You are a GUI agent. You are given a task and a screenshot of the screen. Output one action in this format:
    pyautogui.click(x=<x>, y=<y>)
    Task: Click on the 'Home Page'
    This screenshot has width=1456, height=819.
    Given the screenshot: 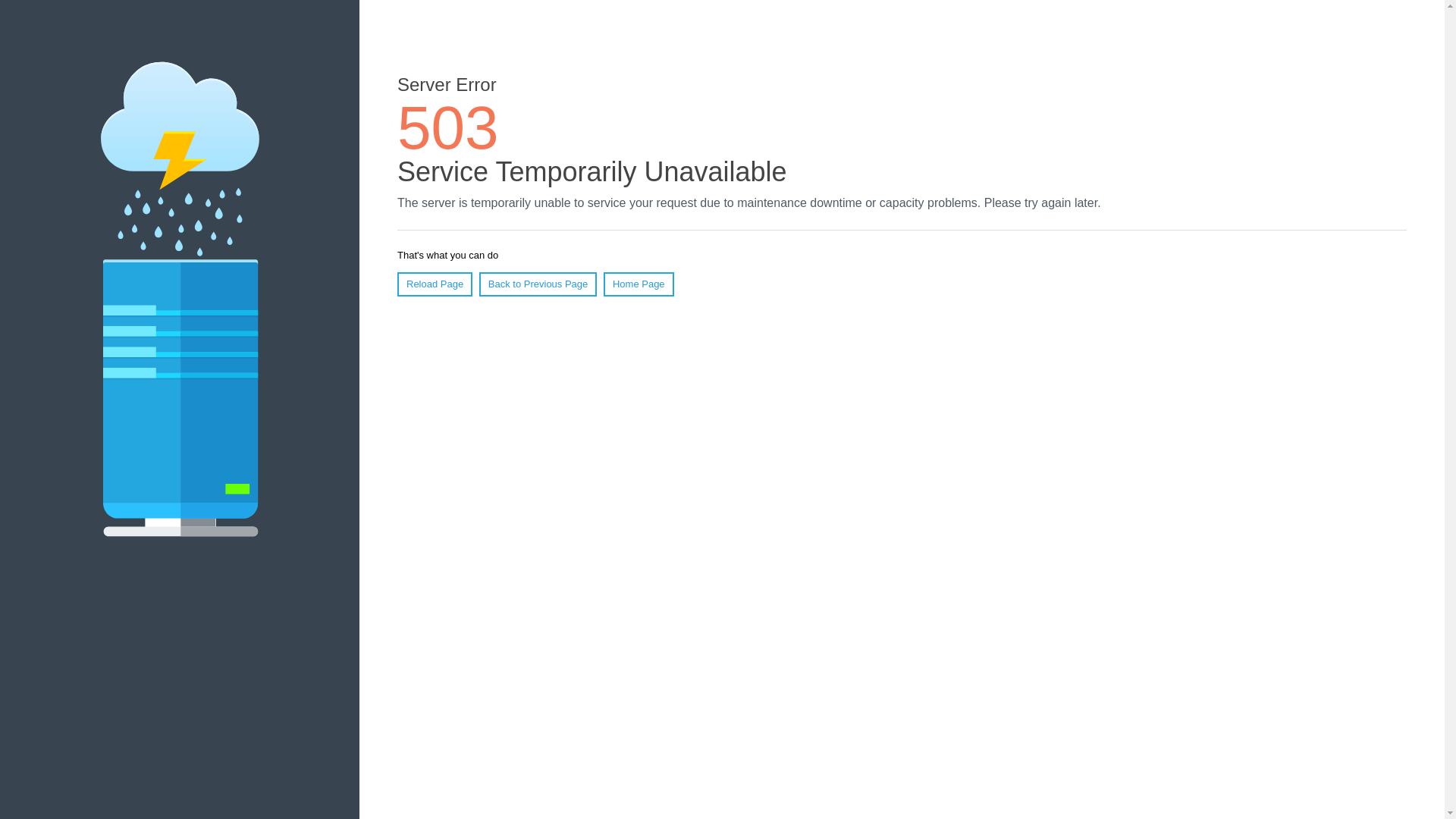 What is the action you would take?
    pyautogui.click(x=639, y=284)
    